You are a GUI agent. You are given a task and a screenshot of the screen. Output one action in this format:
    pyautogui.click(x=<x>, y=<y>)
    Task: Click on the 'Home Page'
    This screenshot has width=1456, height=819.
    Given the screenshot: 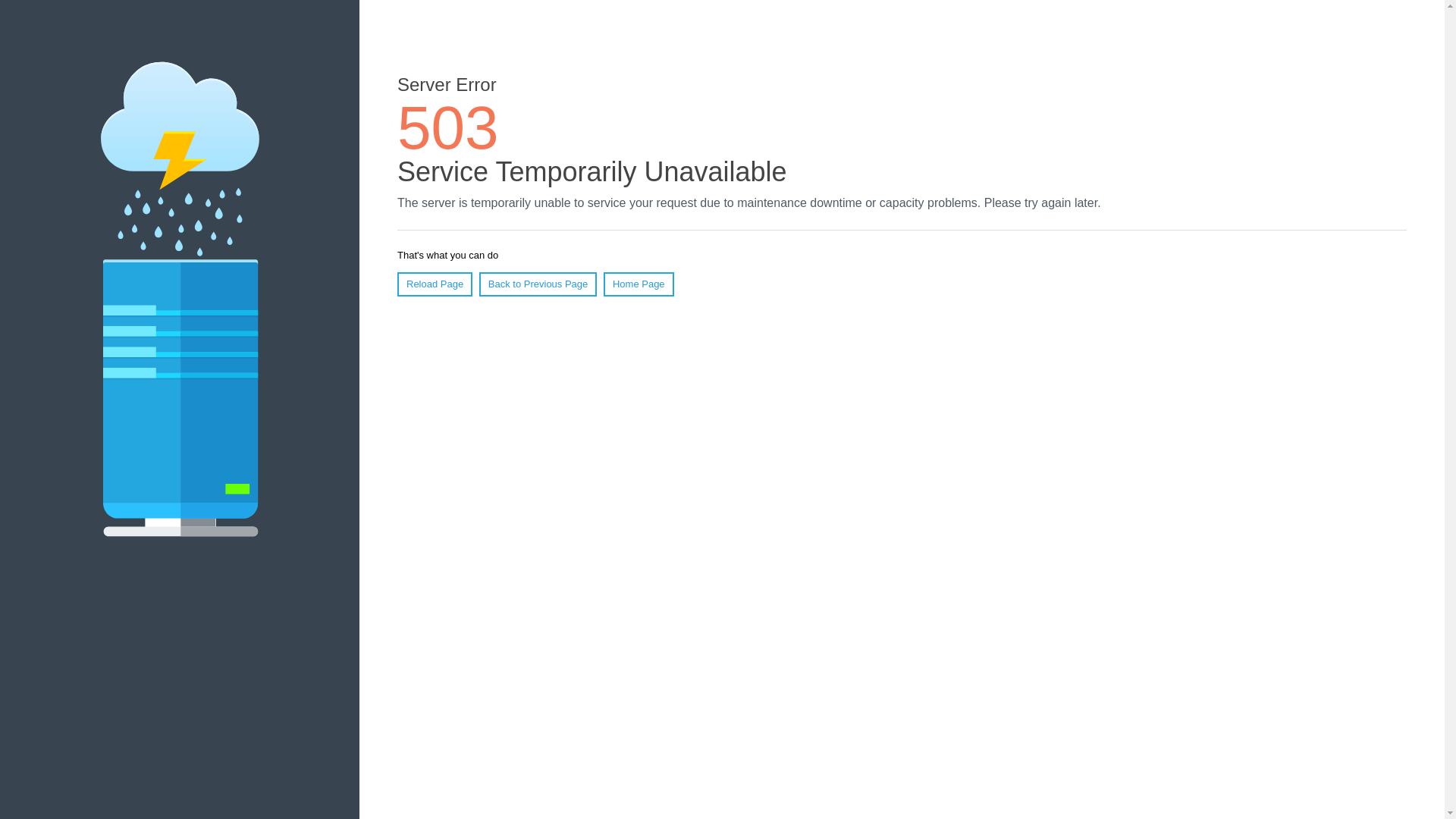 What is the action you would take?
    pyautogui.click(x=639, y=284)
    